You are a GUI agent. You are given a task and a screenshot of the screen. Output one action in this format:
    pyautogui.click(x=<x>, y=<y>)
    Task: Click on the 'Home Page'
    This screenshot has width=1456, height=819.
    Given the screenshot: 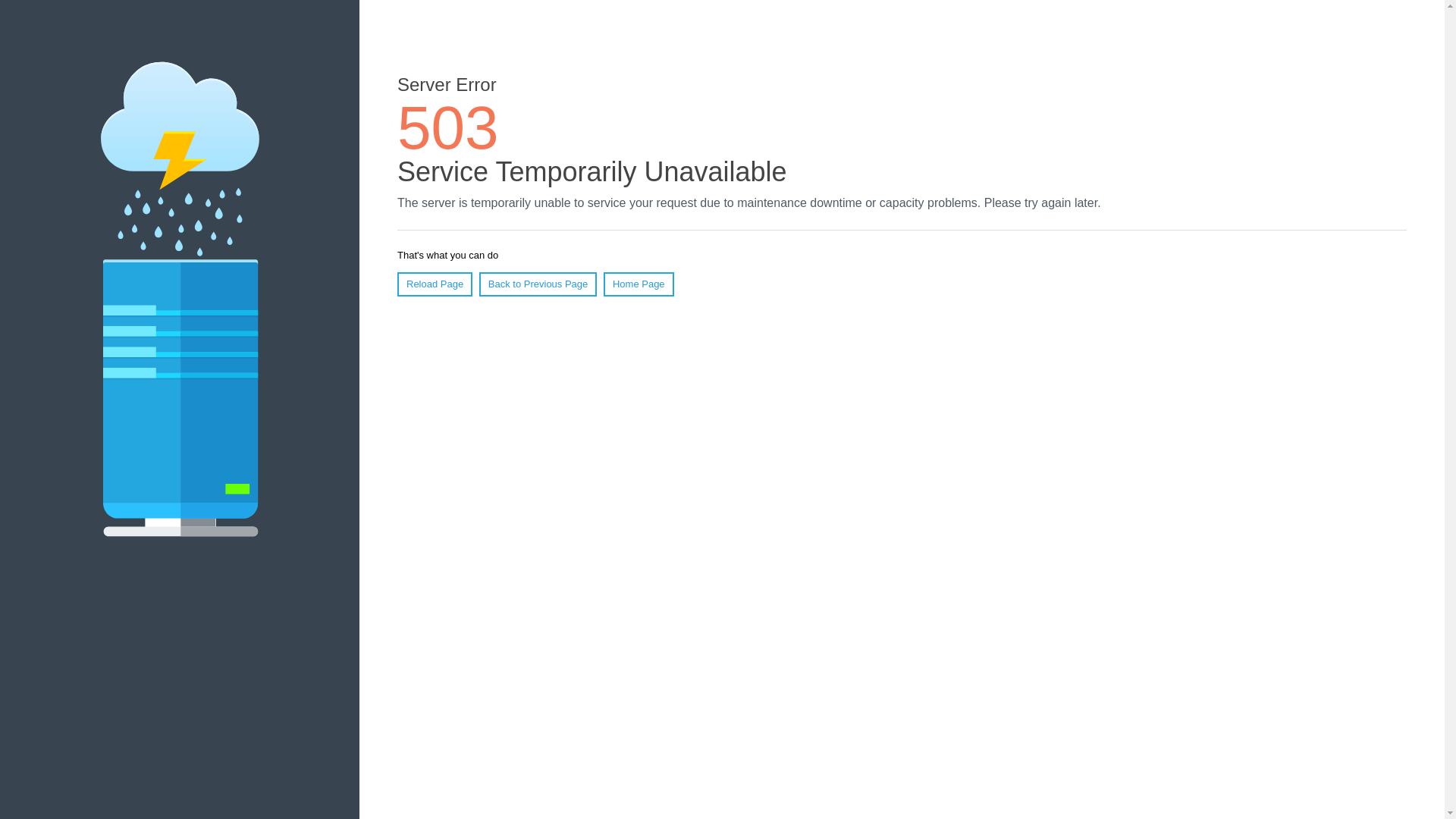 What is the action you would take?
    pyautogui.click(x=639, y=284)
    